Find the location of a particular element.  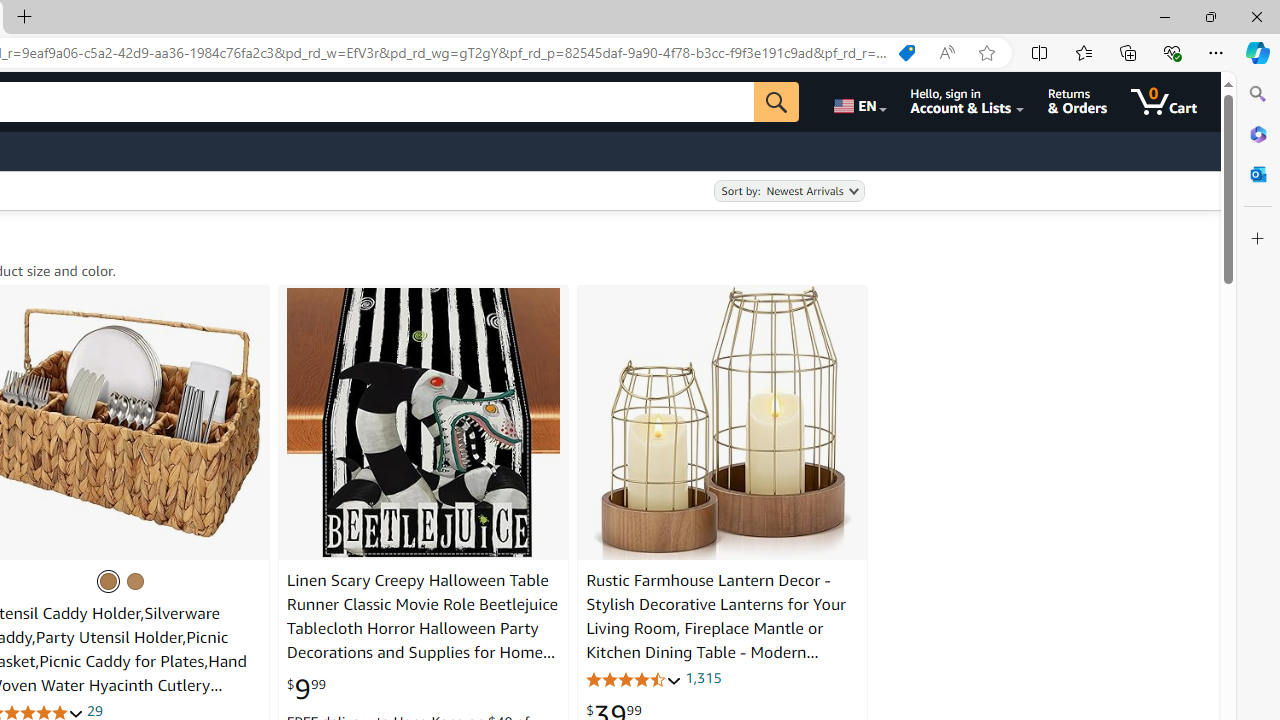

'Returns & Orders' is located at coordinates (1076, 101).